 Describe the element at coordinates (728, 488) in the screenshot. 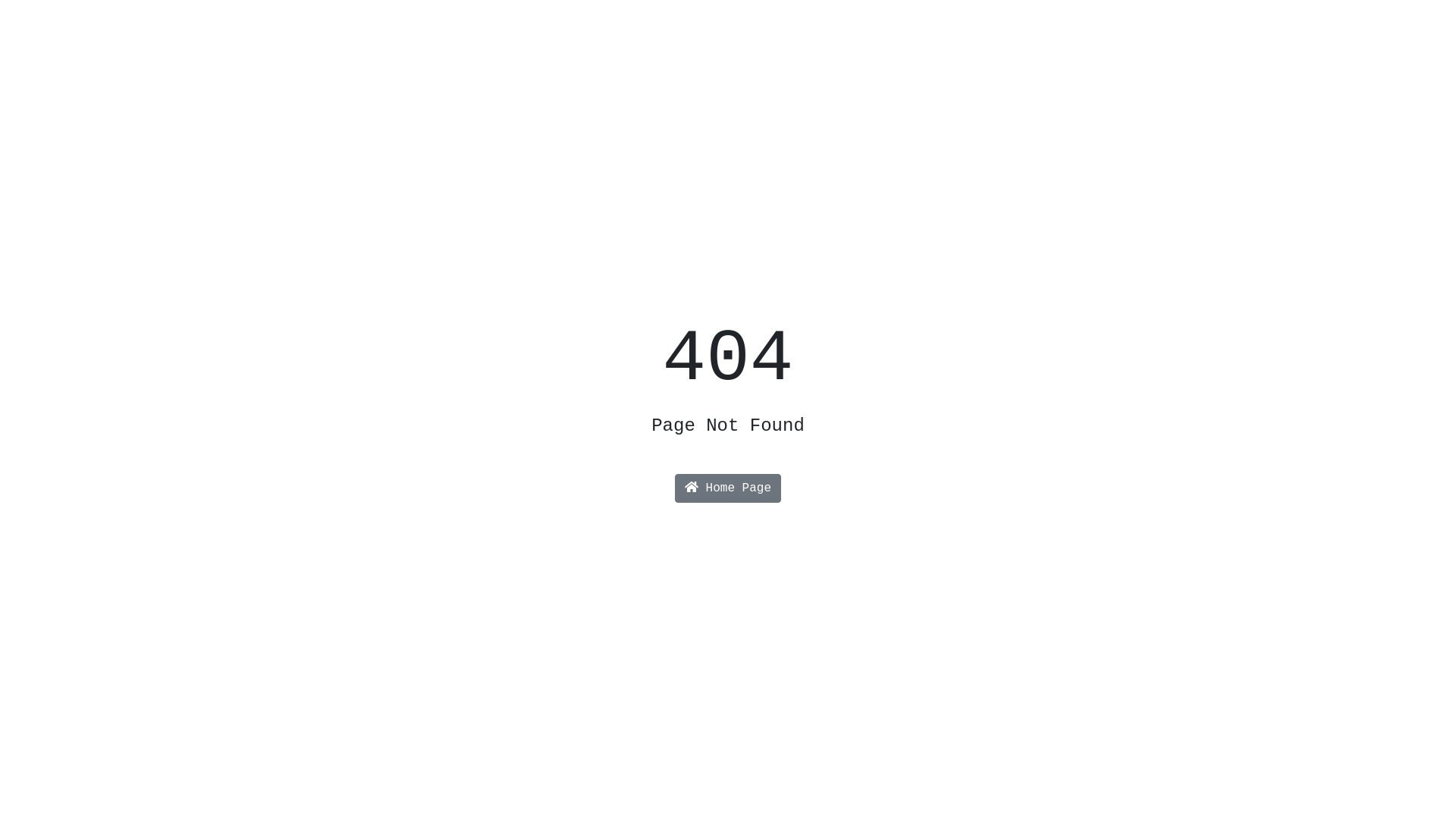

I see `'Home Page'` at that location.